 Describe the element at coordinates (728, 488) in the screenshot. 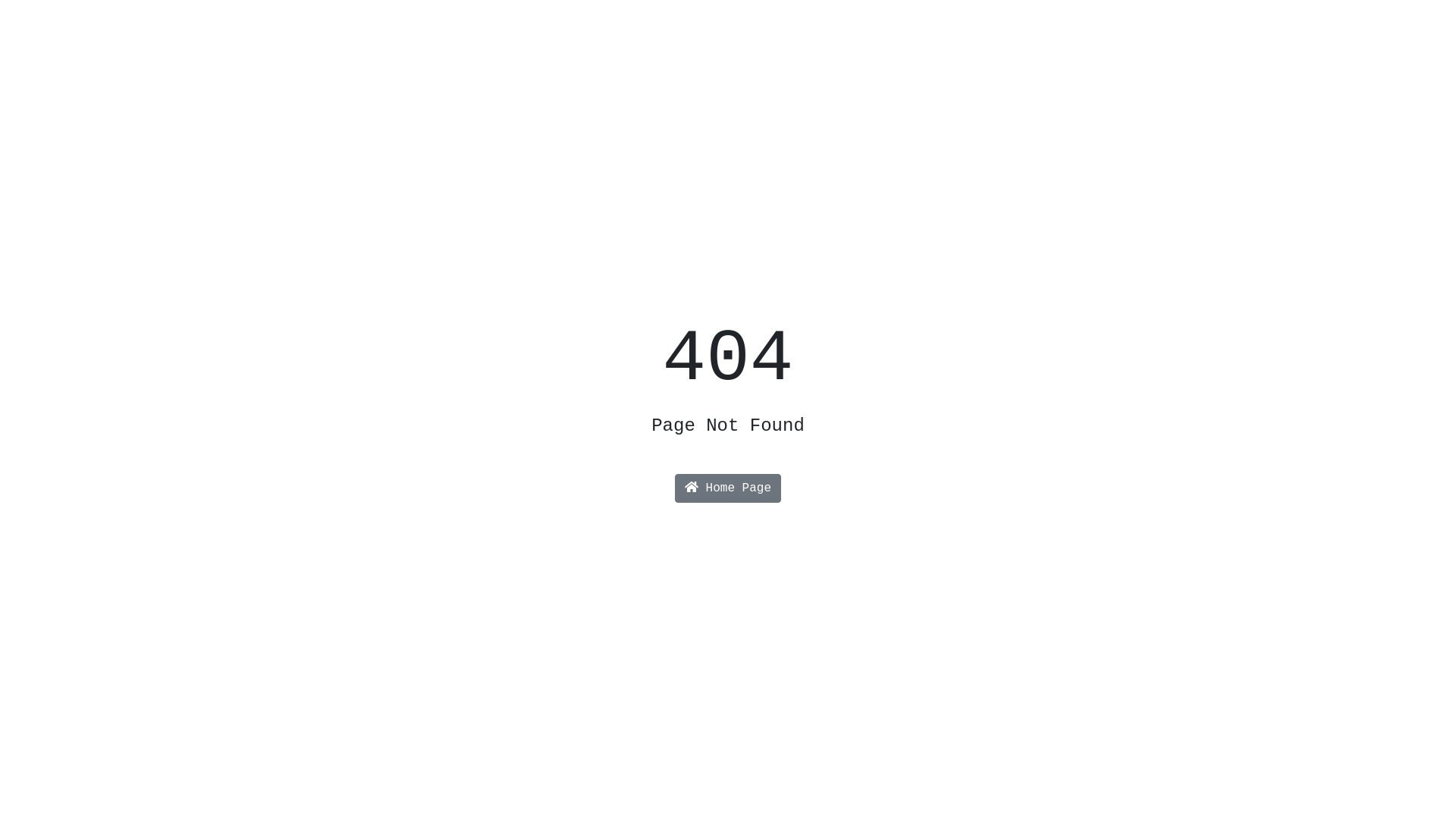

I see `'Home Page'` at that location.